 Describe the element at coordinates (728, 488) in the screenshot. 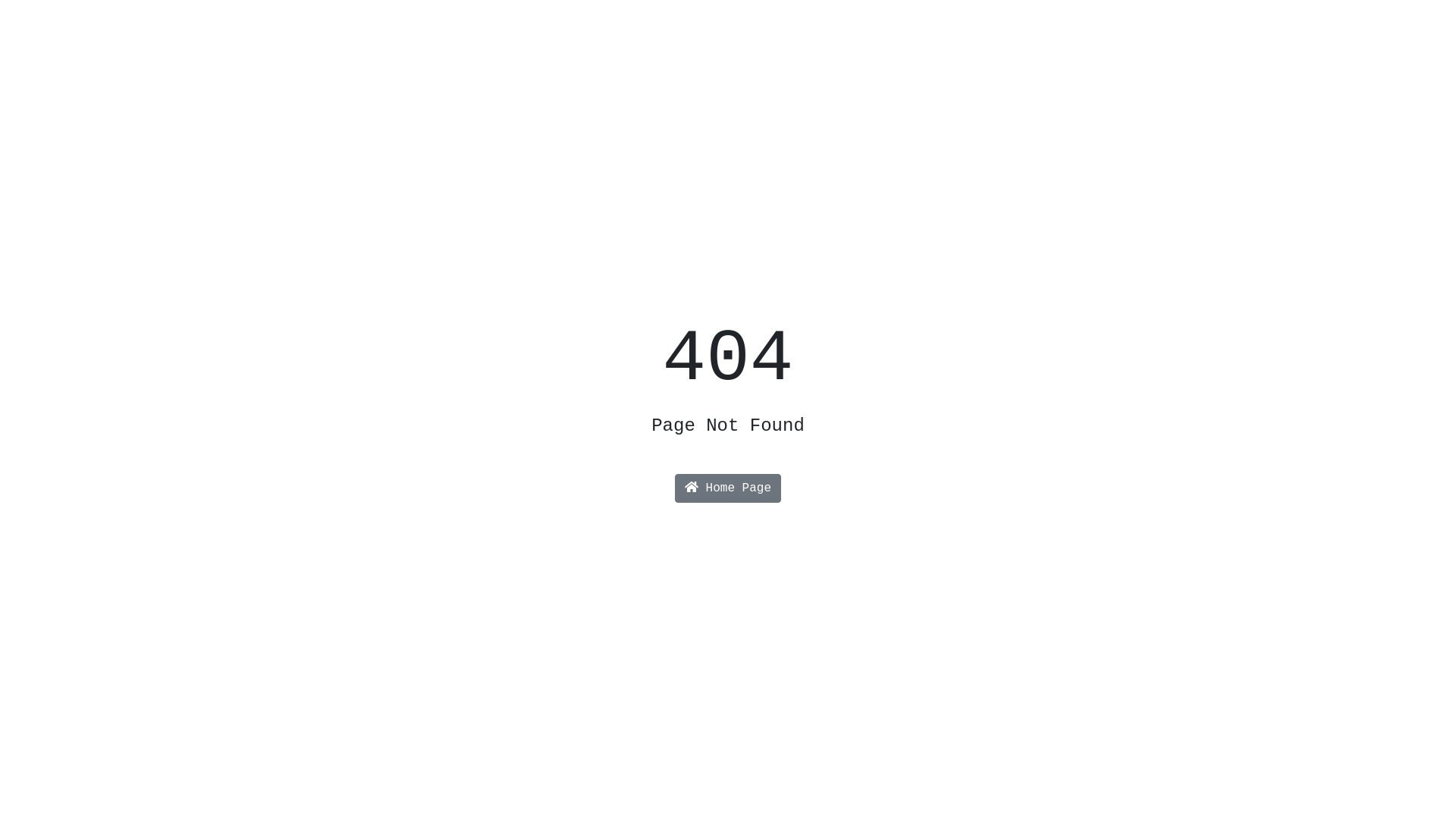

I see `'Home Page'` at that location.